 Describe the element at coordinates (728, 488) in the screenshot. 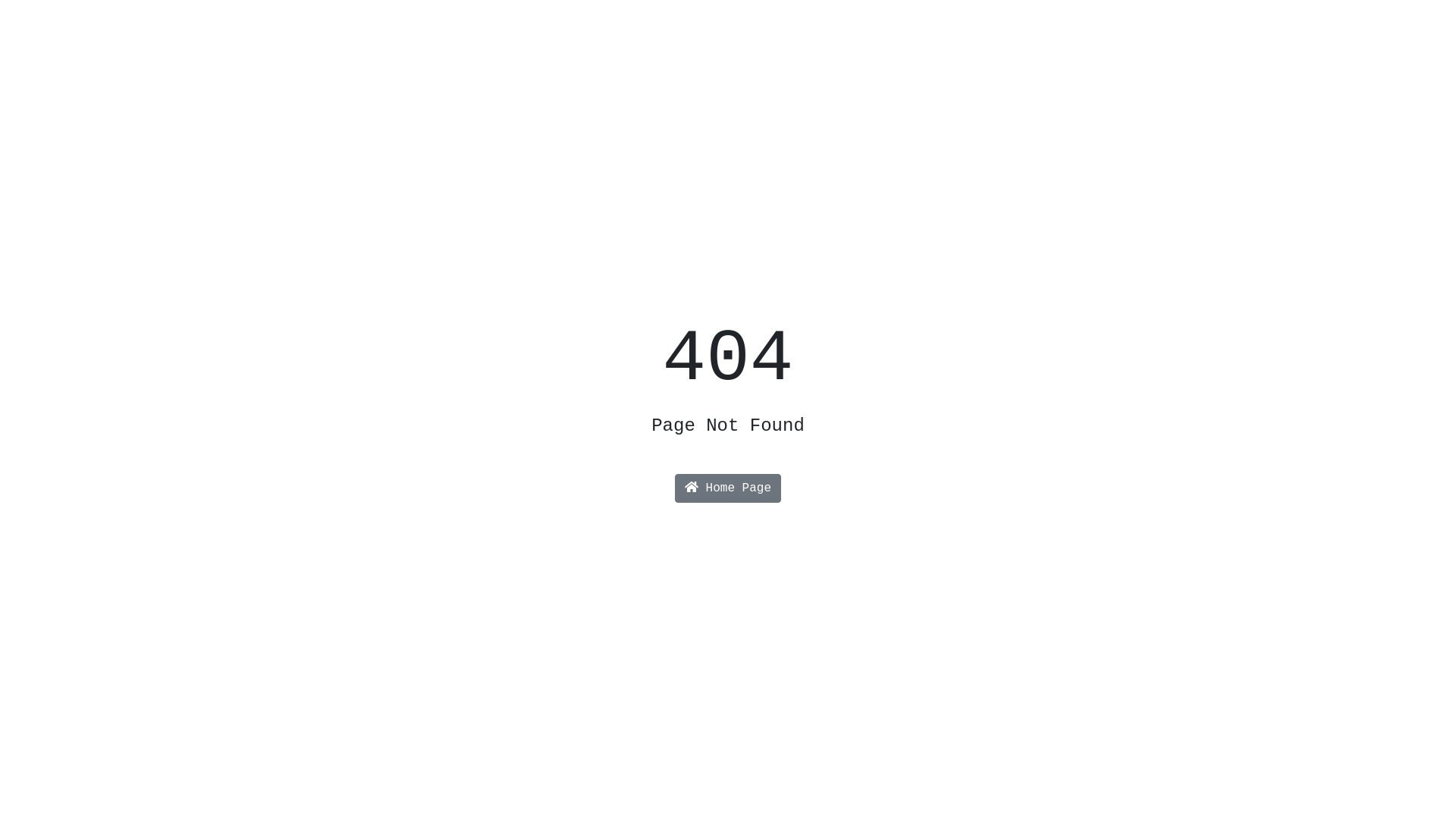

I see `'Home Page'` at that location.